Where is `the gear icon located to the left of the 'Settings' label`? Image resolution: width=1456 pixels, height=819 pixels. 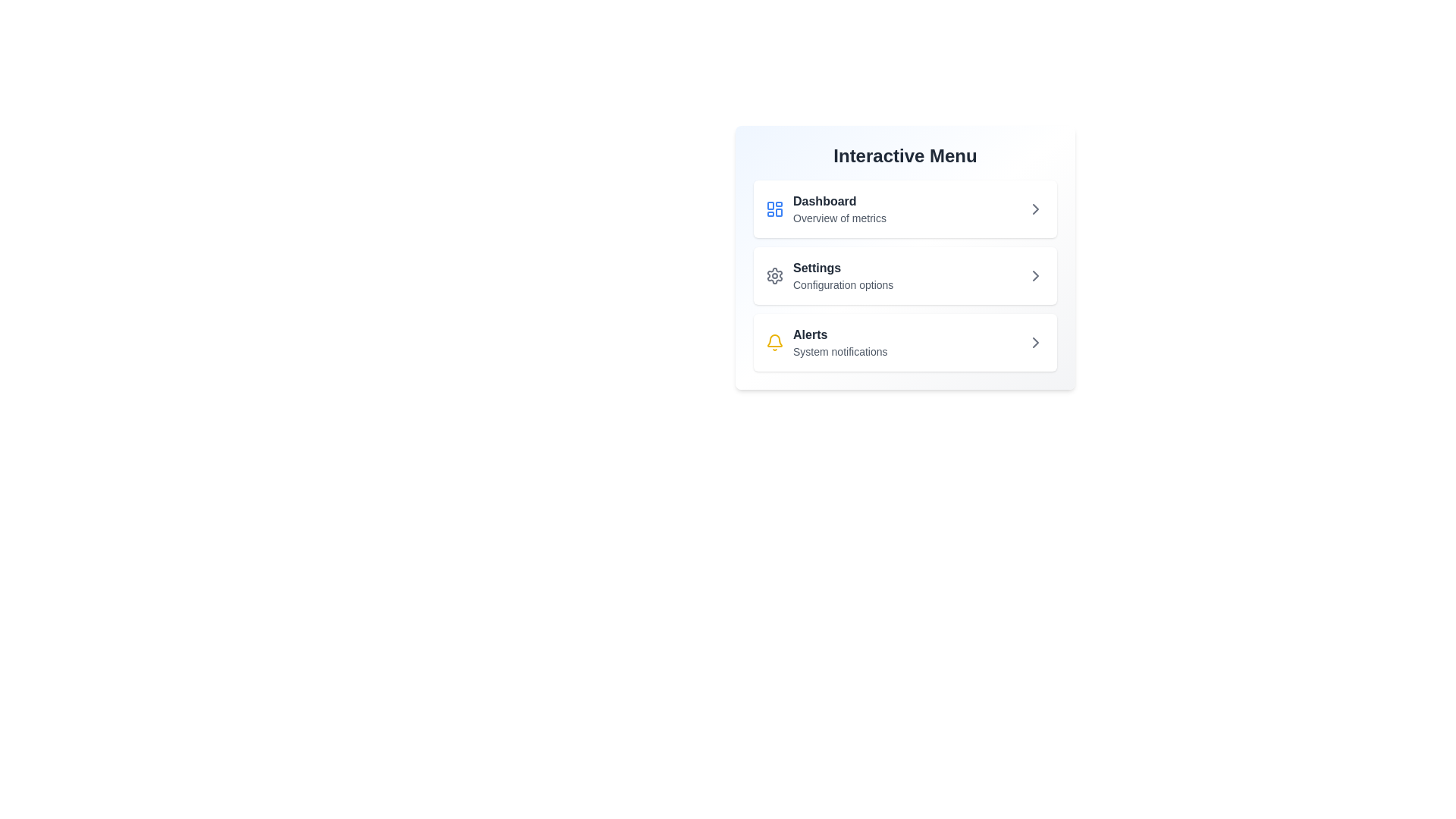 the gear icon located to the left of the 'Settings' label is located at coordinates (775, 275).